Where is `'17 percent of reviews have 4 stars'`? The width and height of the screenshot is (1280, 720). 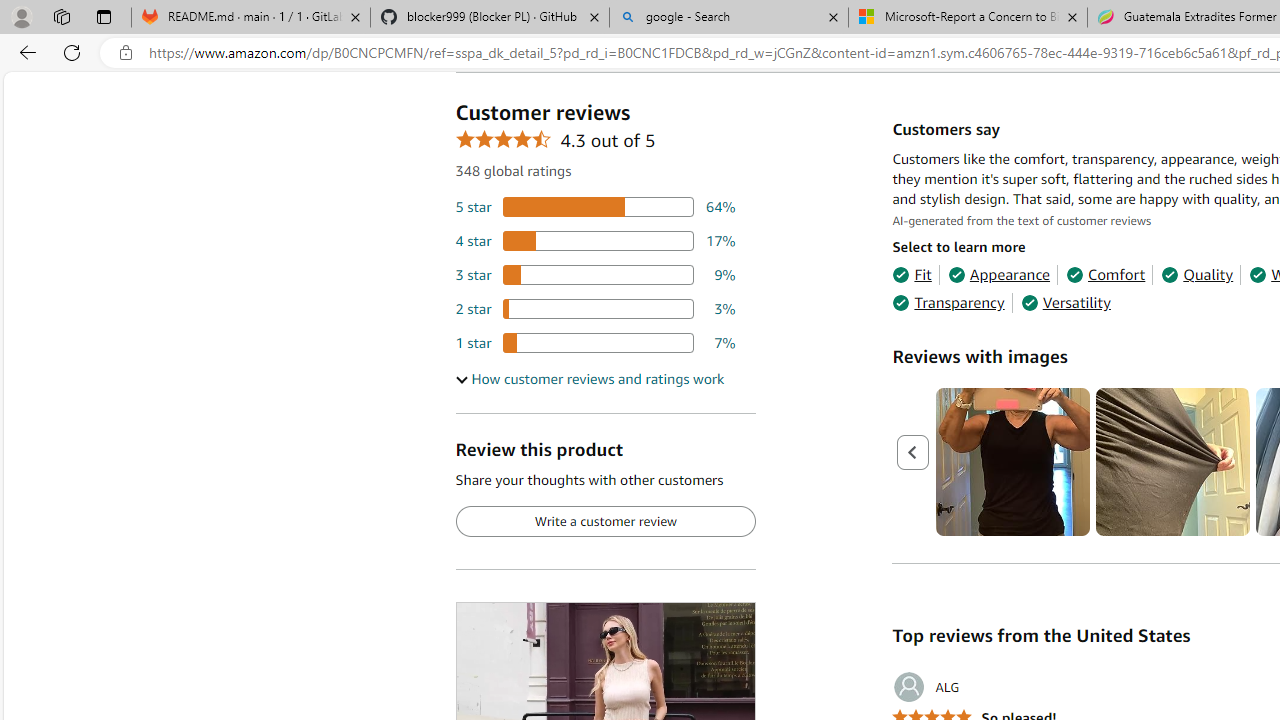 '17 percent of reviews have 4 stars' is located at coordinates (594, 240).